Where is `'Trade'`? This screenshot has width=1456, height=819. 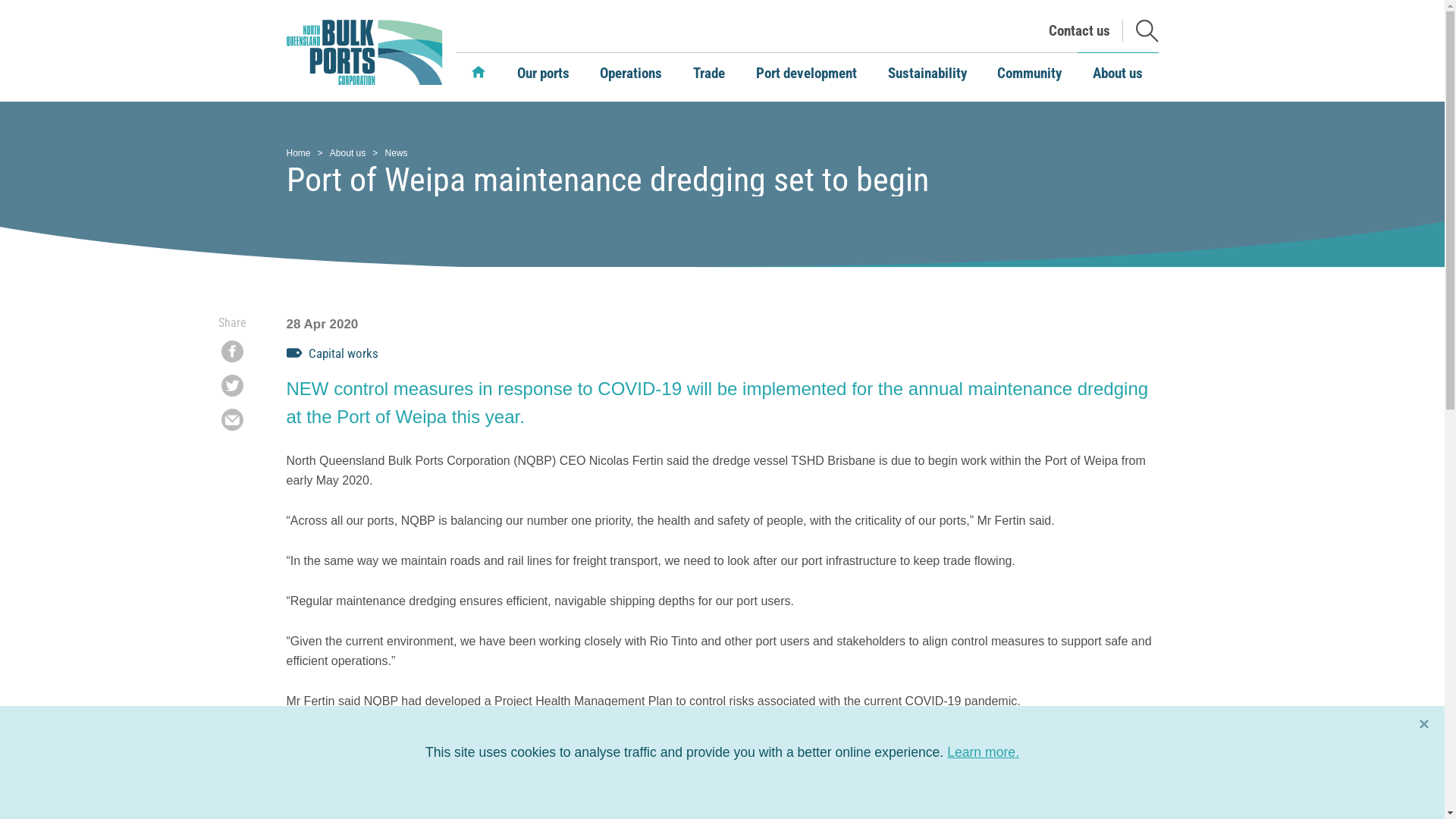 'Trade' is located at coordinates (708, 74).